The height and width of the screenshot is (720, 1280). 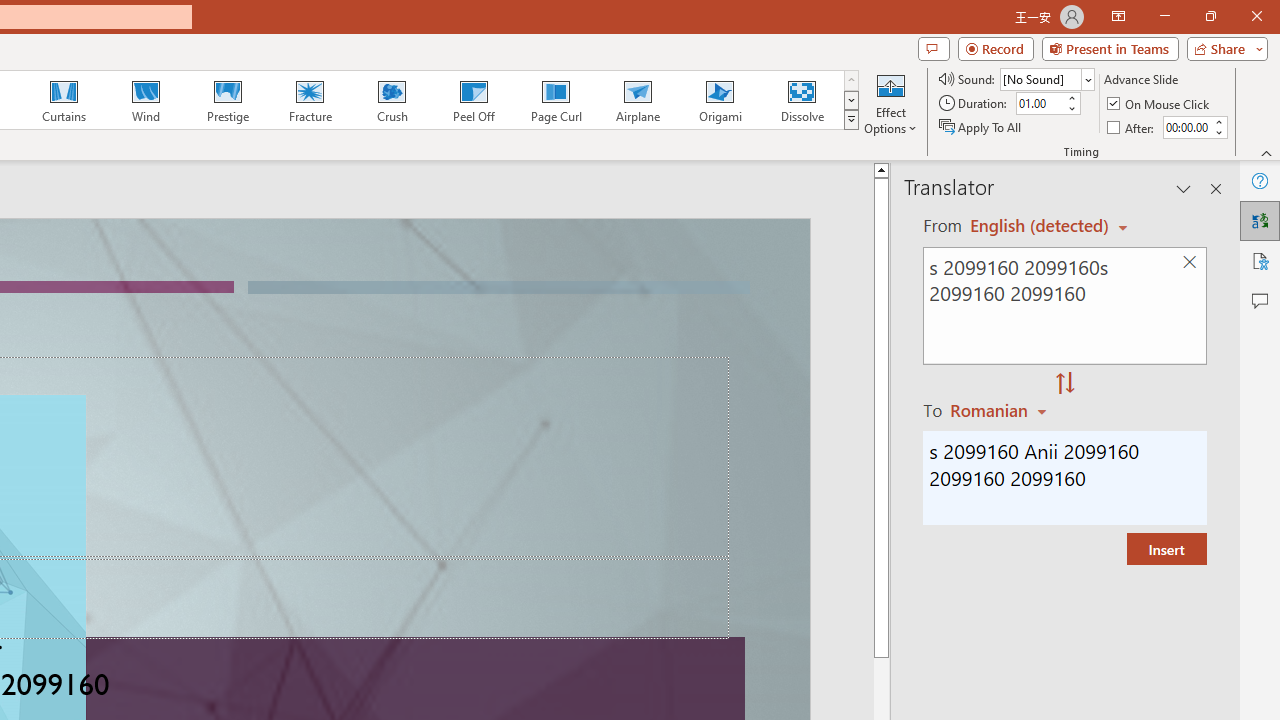 I want to click on 'Dissolve', so click(x=802, y=100).